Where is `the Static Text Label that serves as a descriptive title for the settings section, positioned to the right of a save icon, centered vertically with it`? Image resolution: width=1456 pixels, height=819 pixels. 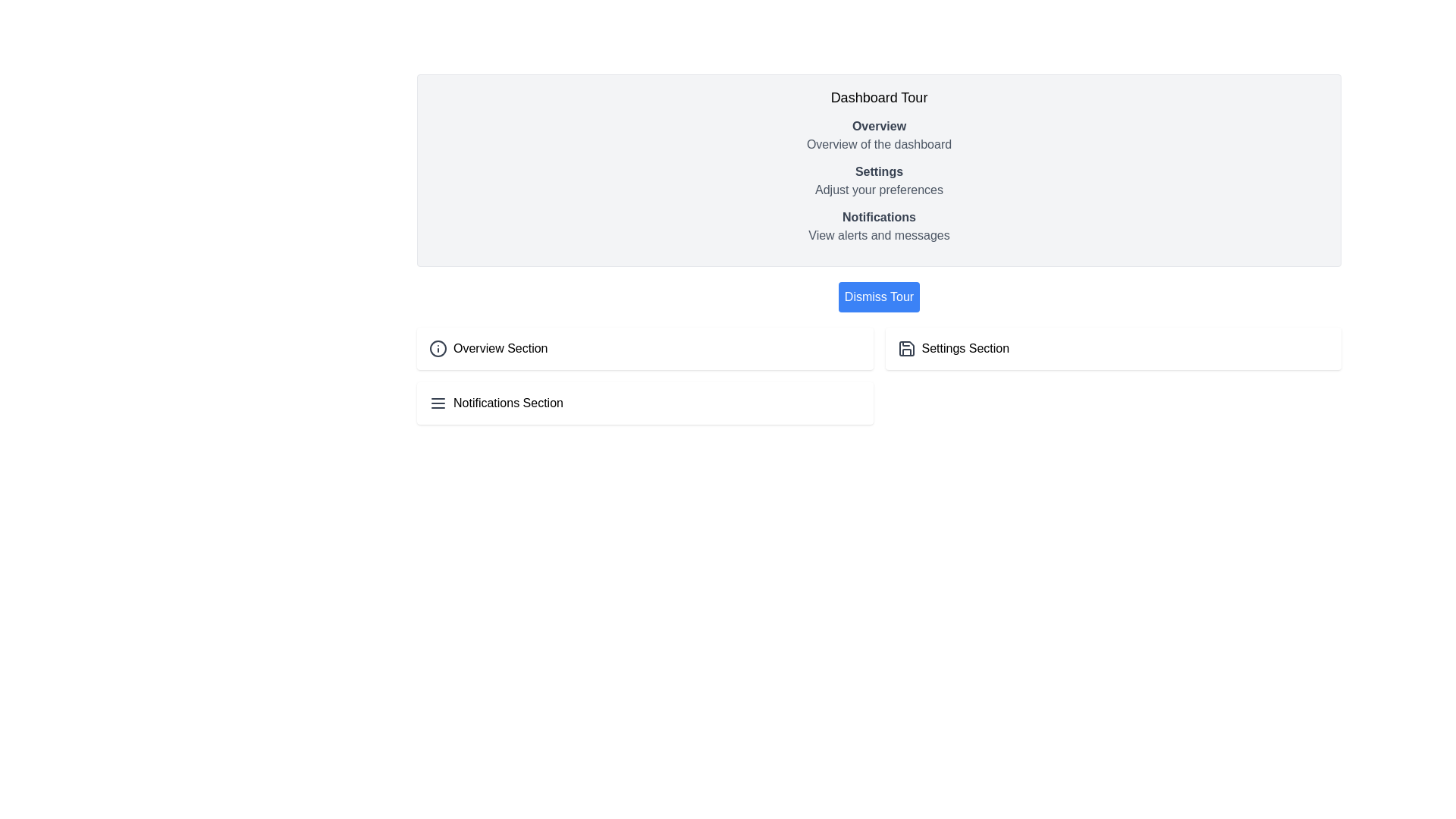 the Static Text Label that serves as a descriptive title for the settings section, positioned to the right of a save icon, centered vertically with it is located at coordinates (965, 348).